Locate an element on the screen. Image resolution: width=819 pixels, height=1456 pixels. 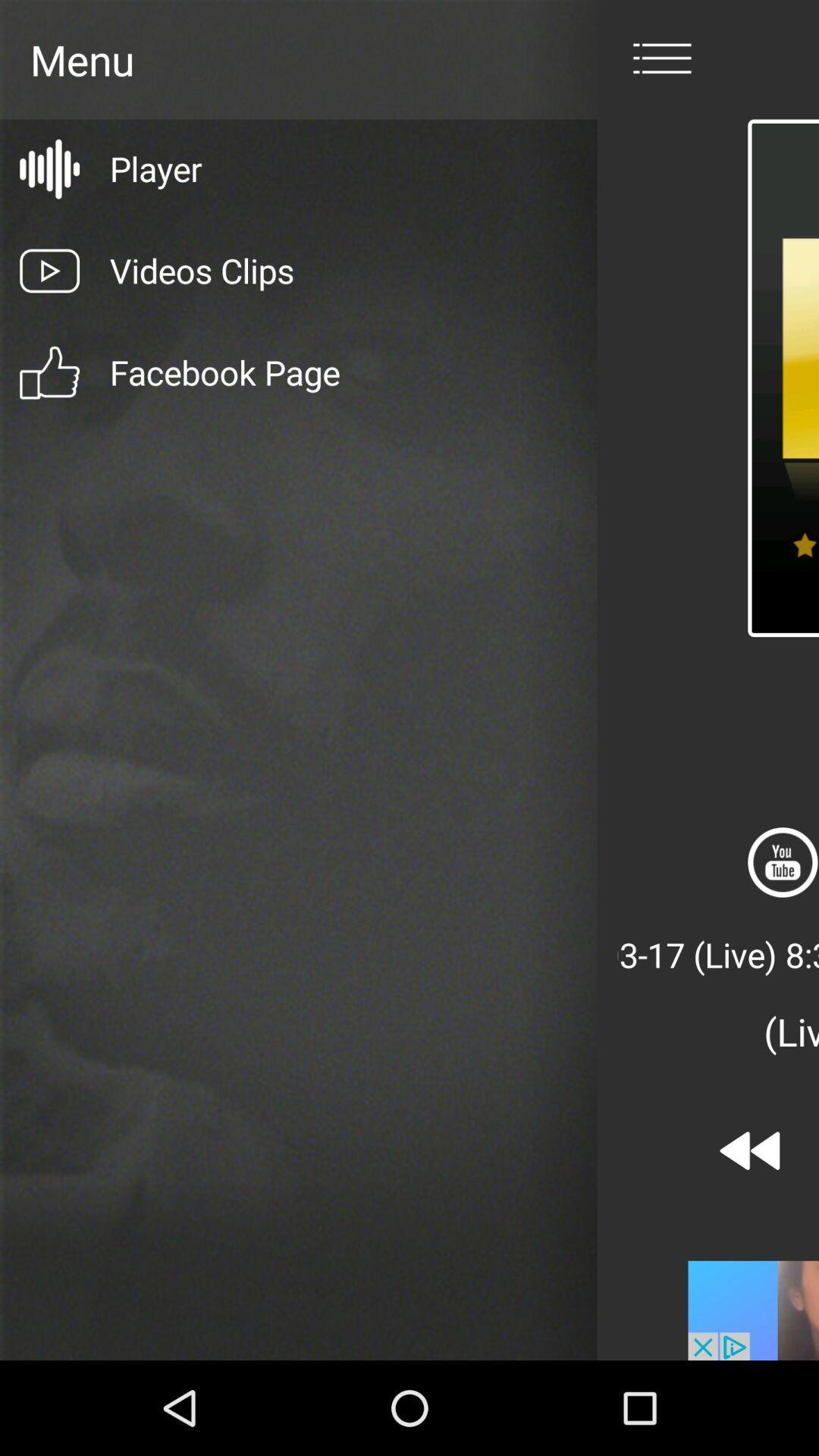
menu page is located at coordinates (661, 59).